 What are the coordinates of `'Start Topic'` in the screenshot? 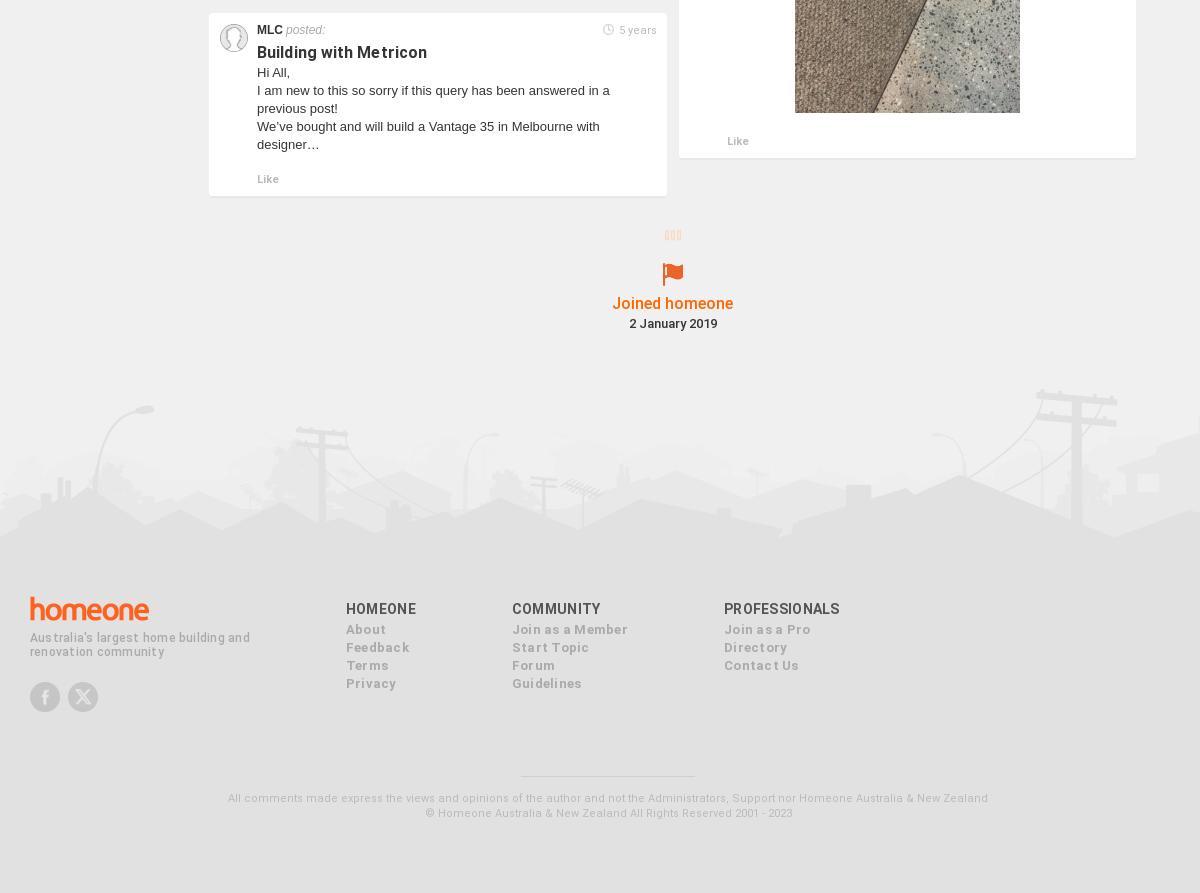 It's located at (509, 615).